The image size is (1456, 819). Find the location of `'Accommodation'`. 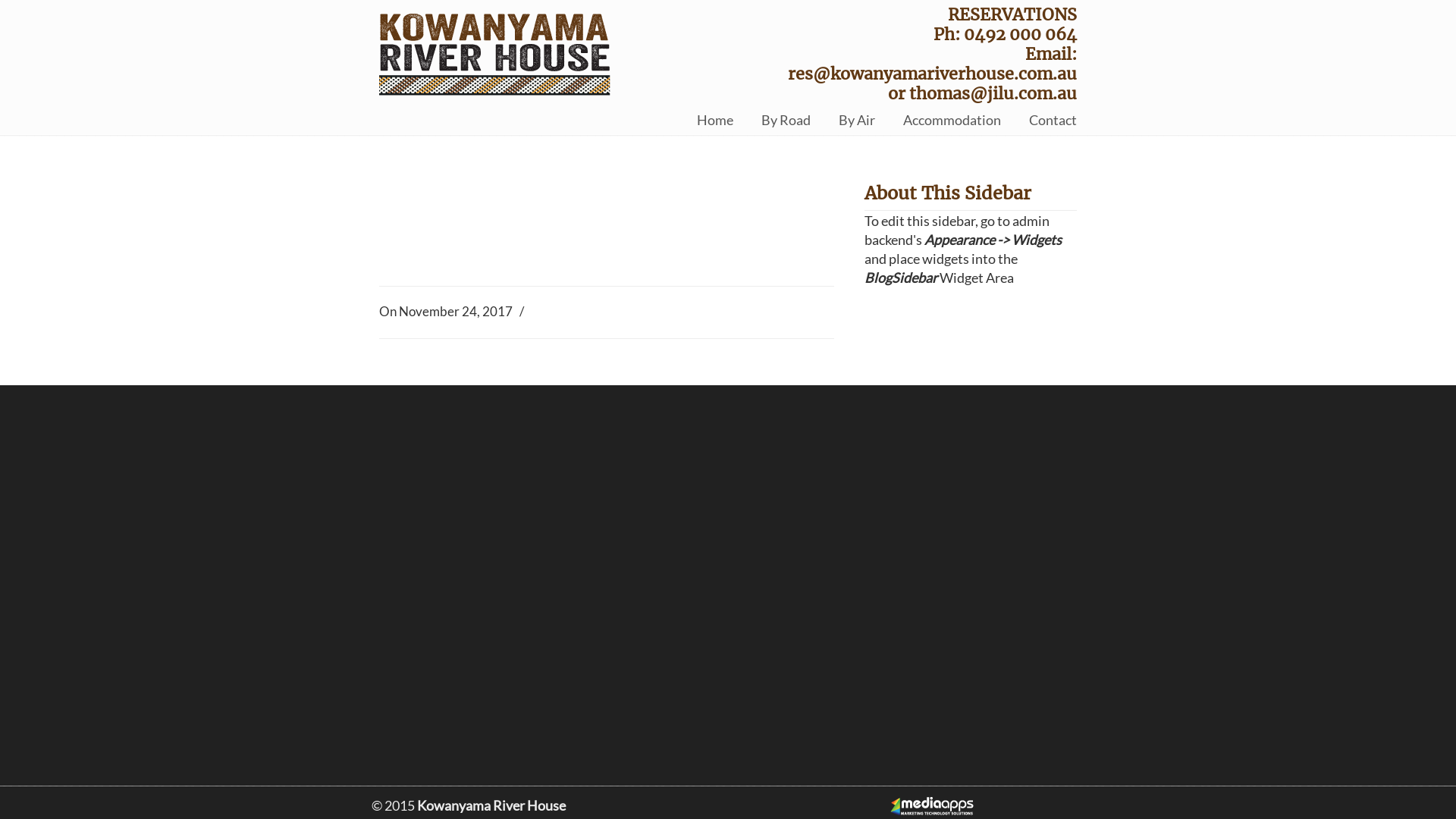

'Accommodation' is located at coordinates (951, 119).